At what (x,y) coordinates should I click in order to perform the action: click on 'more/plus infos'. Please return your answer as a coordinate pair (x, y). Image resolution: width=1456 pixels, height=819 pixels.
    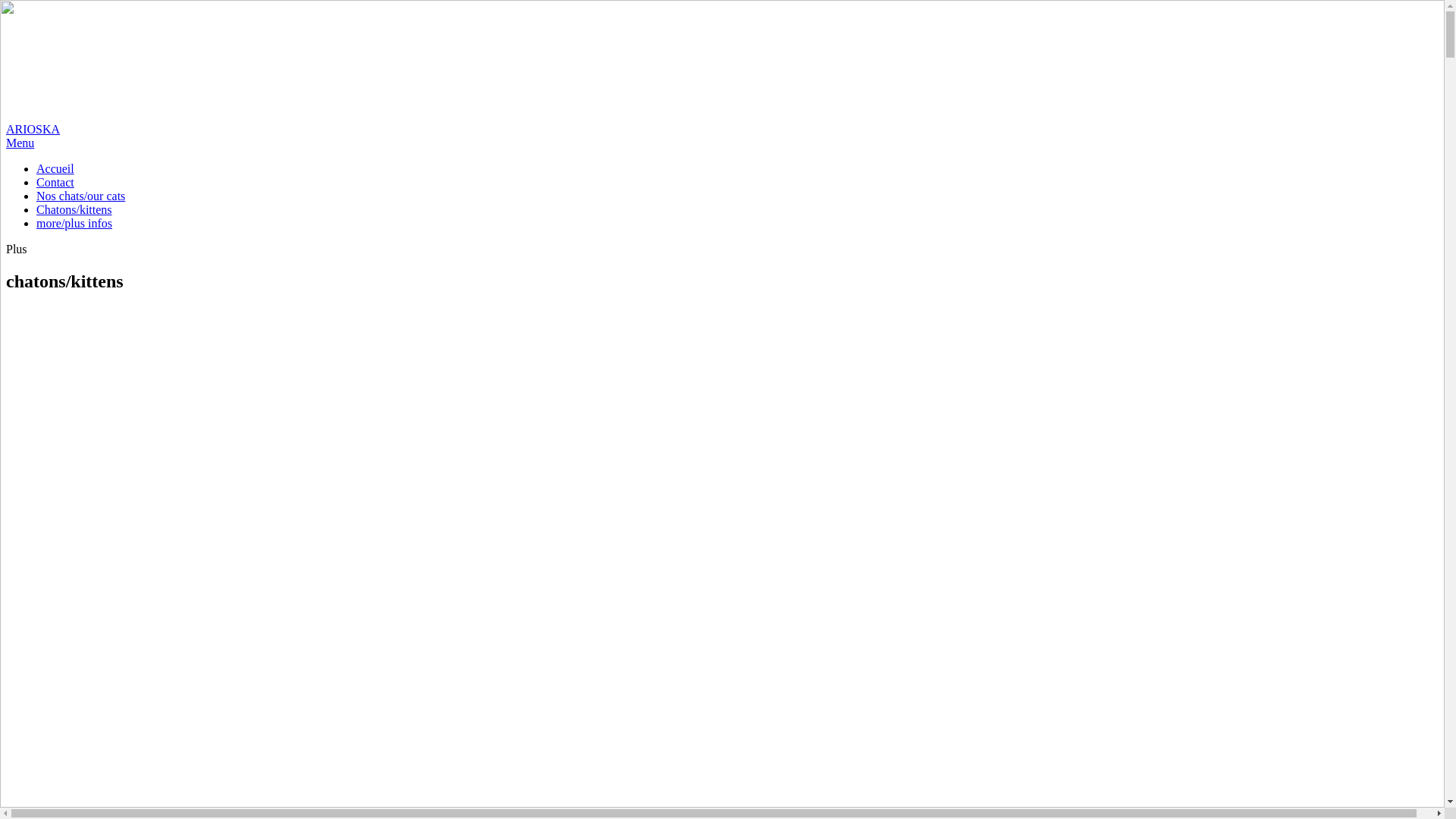
    Looking at the image, I should click on (73, 223).